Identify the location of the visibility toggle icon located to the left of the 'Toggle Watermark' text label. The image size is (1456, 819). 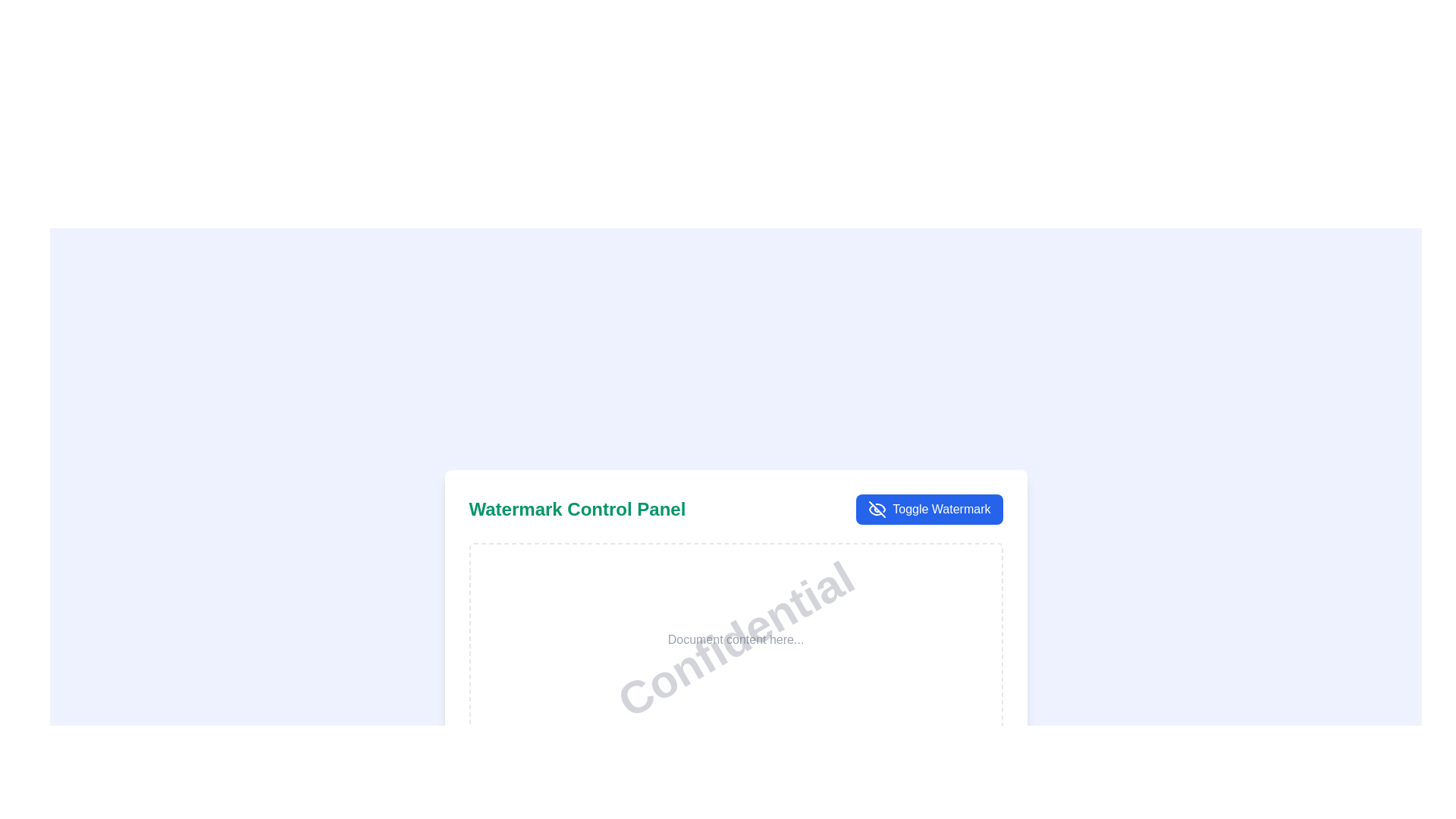
(877, 509).